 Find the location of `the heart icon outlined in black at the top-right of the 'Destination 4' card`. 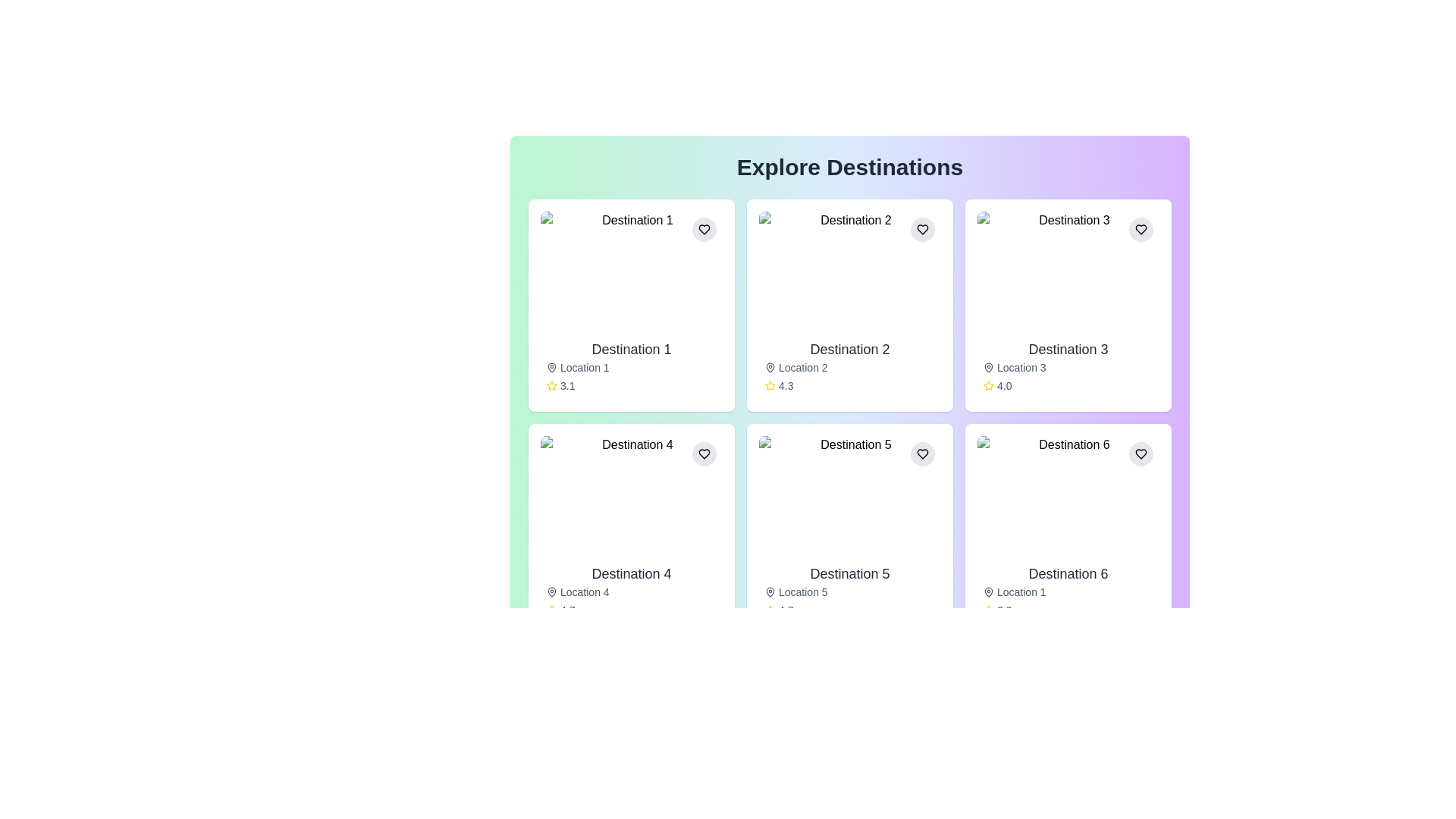

the heart icon outlined in black at the top-right of the 'Destination 4' card is located at coordinates (704, 453).